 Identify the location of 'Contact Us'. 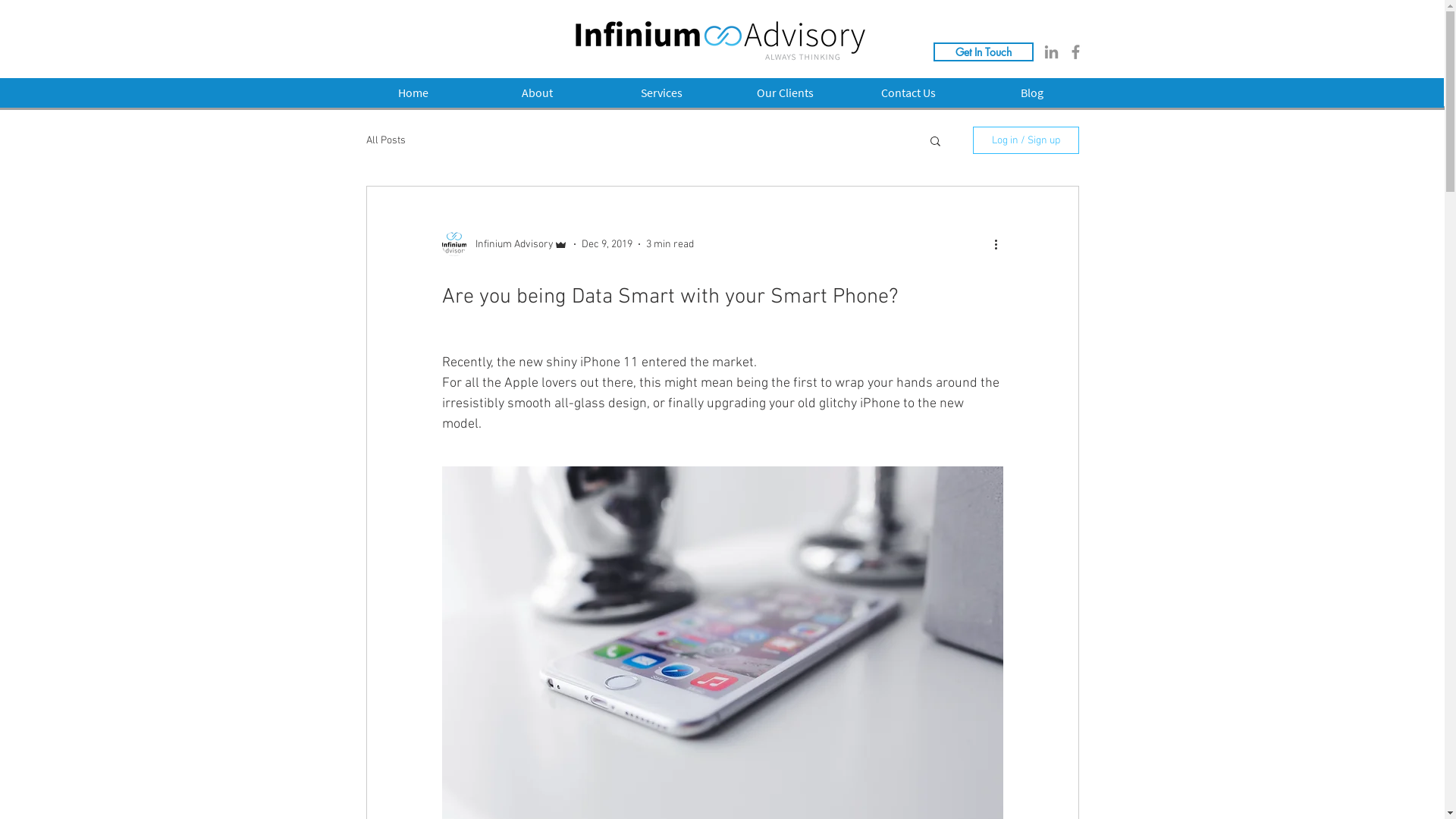
(908, 93).